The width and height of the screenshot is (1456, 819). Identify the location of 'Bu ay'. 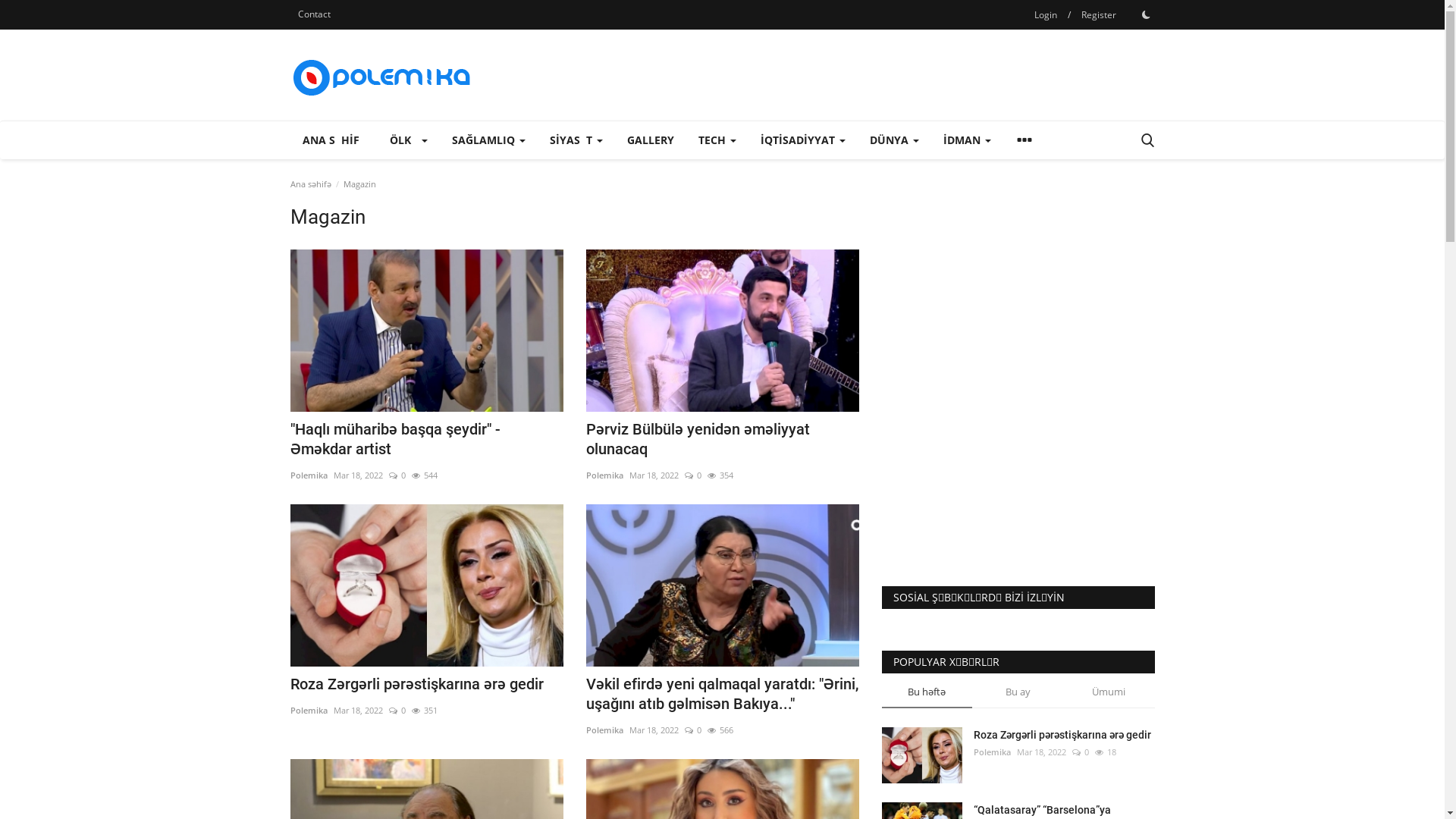
(1018, 695).